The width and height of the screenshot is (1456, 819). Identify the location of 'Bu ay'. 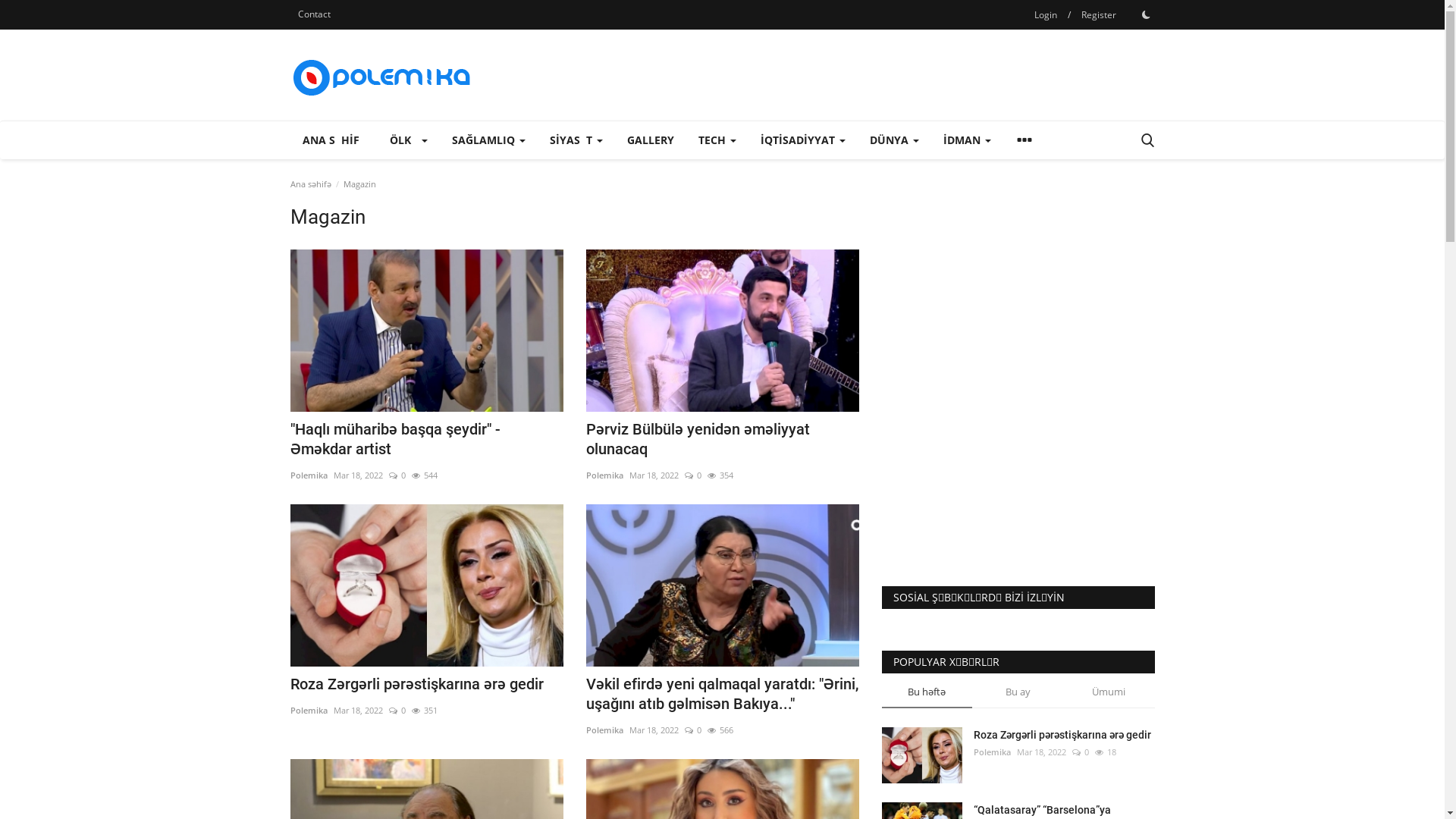
(1018, 695).